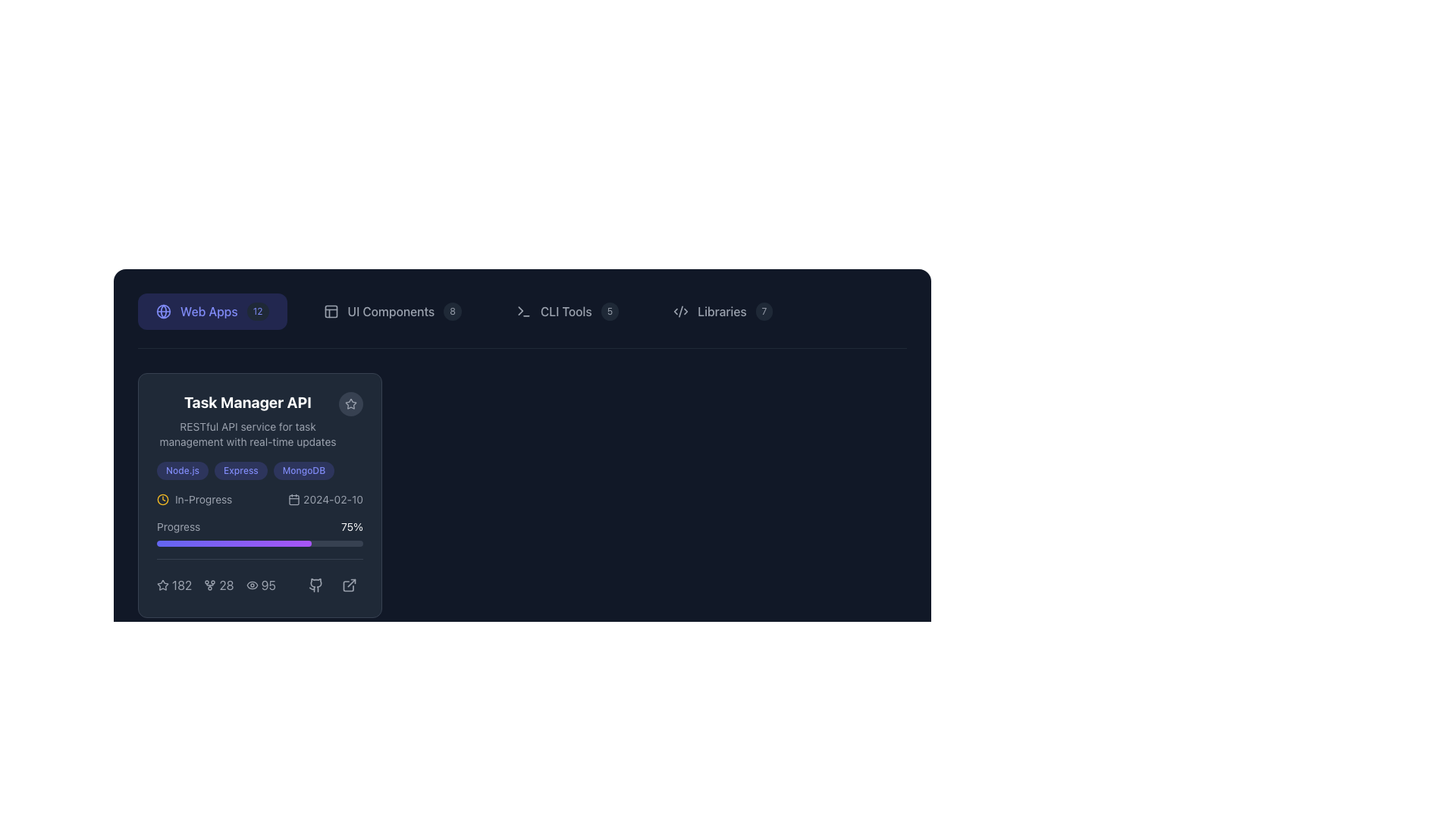  I want to click on the Text badge indicating the count or quantity associated with the 'CLI Tools' section, located in the middle-right area of the navigation bar, so click(610, 311).